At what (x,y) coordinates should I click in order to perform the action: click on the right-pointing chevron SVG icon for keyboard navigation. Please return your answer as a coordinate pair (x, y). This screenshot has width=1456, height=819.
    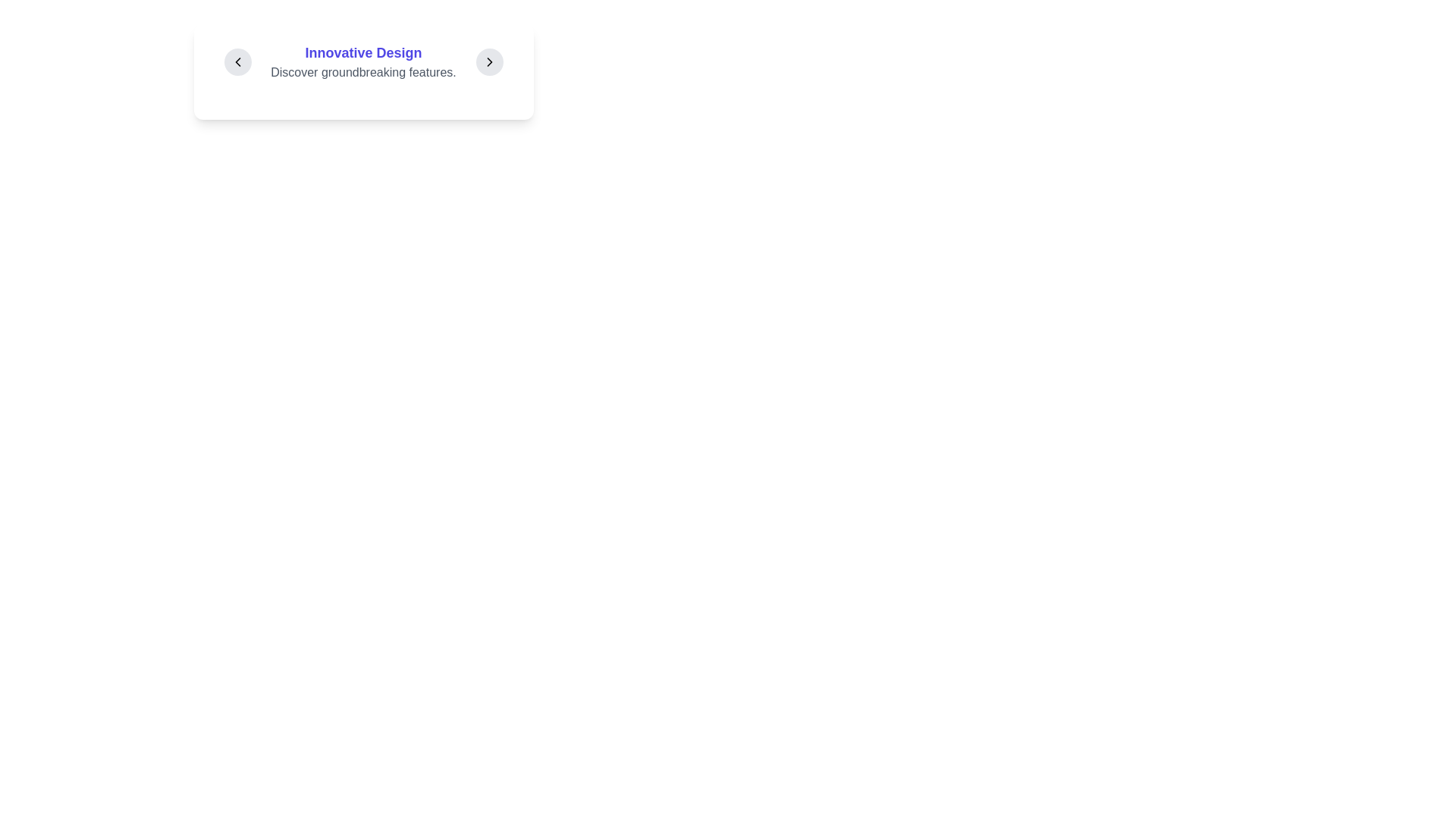
    Looking at the image, I should click on (489, 61).